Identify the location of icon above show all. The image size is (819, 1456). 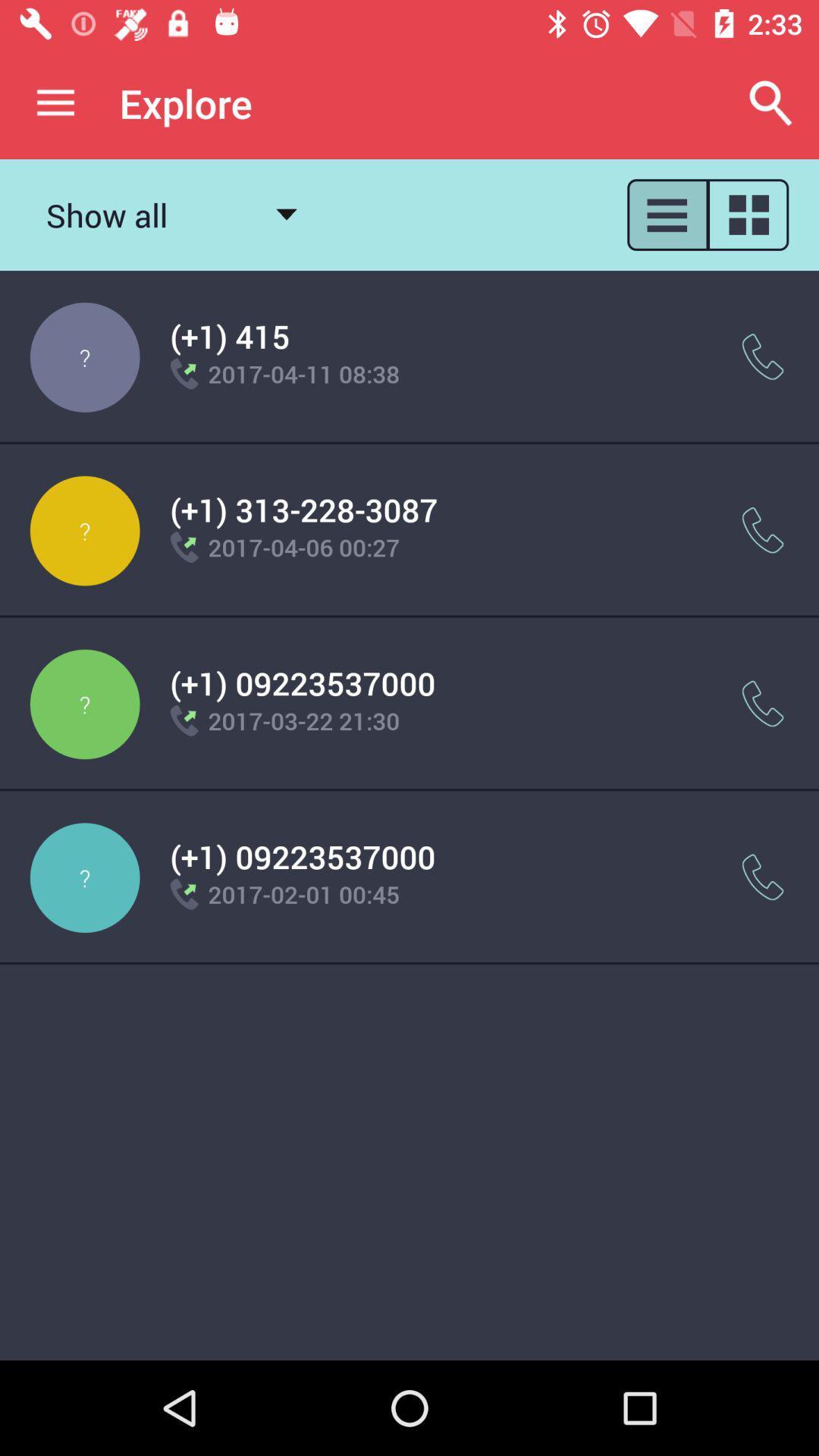
(55, 102).